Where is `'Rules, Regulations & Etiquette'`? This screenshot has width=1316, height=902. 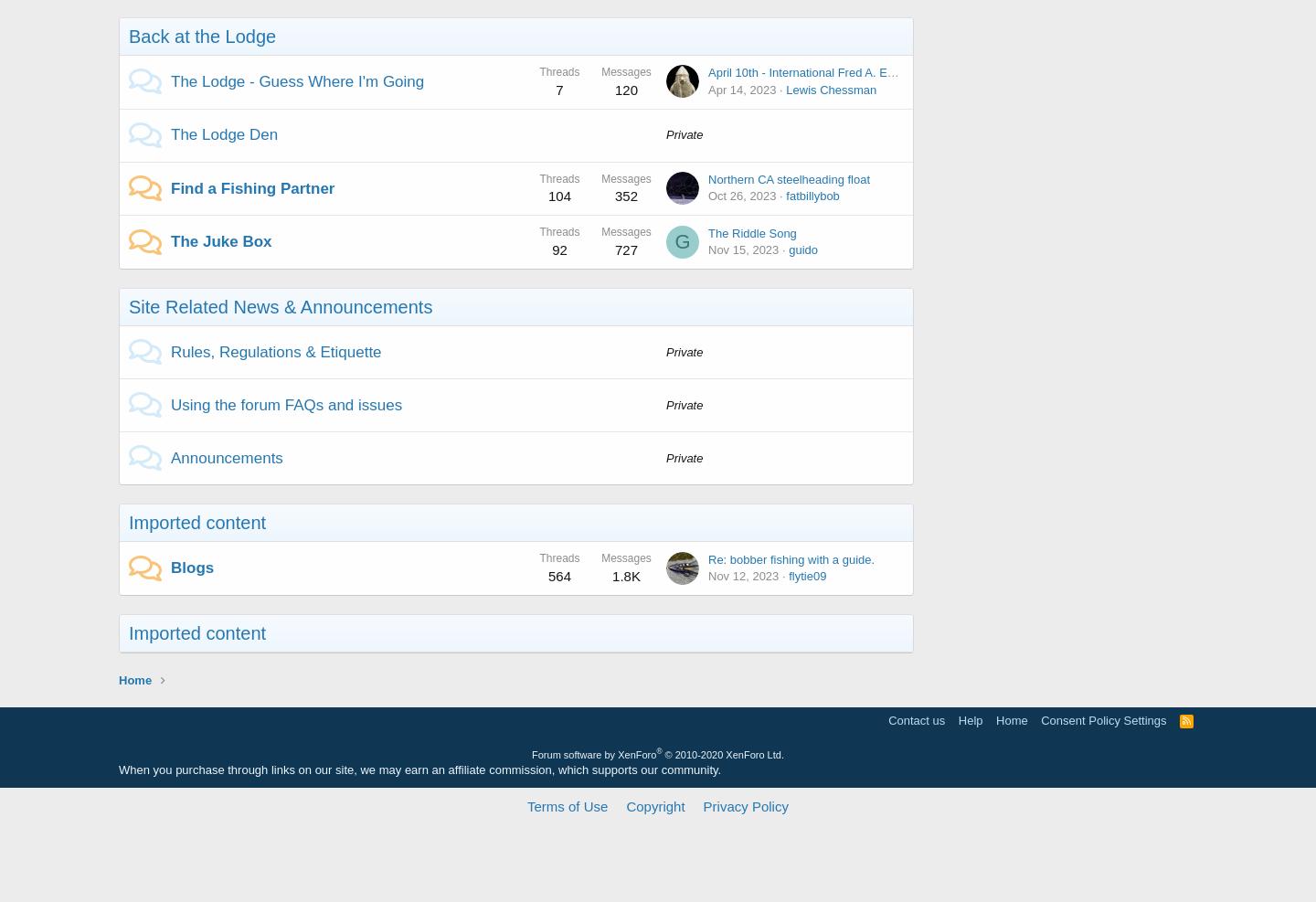
'Rules, Regulations & Etiquette' is located at coordinates (171, 351).